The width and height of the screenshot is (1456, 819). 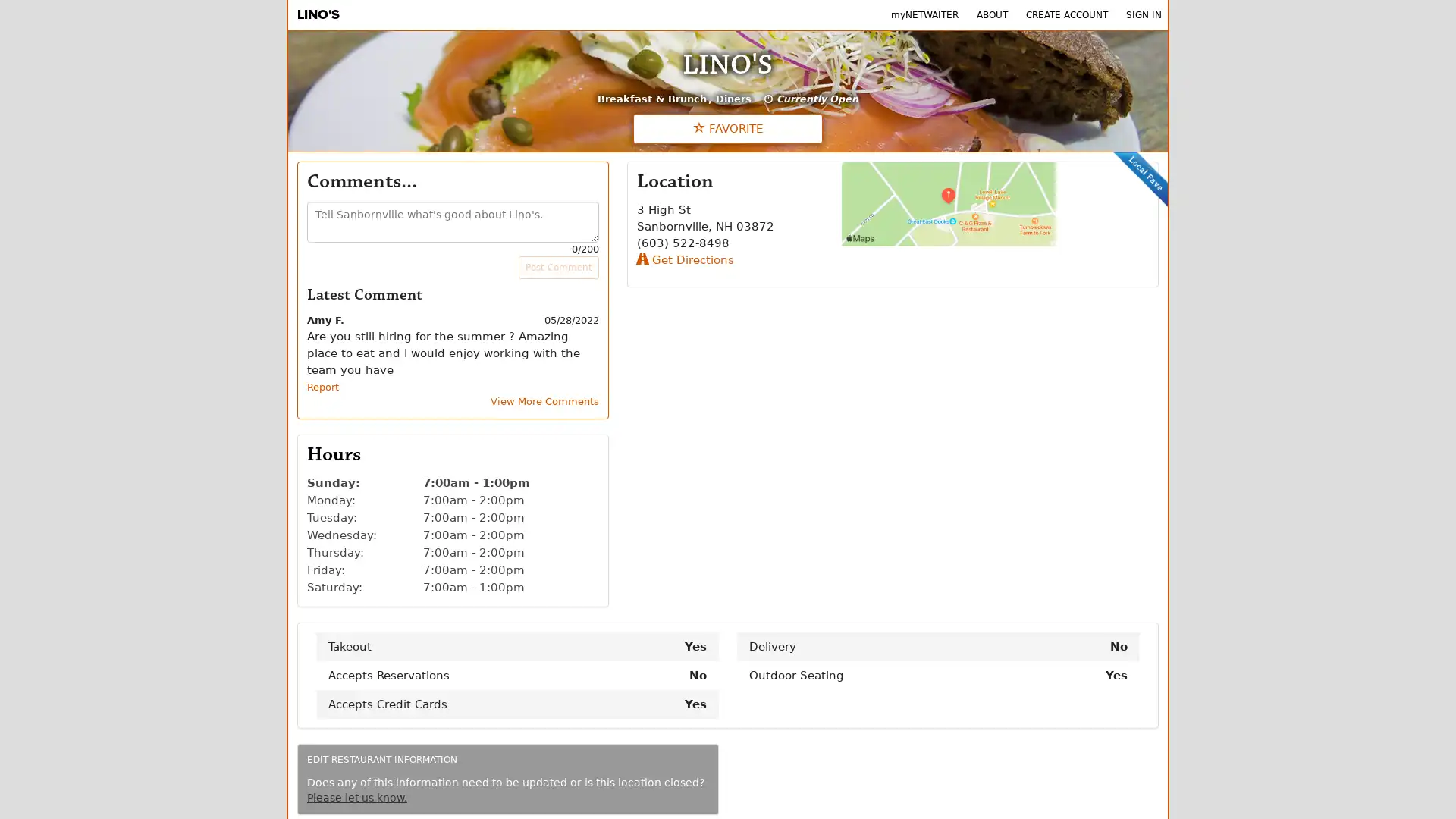 What do you see at coordinates (558, 267) in the screenshot?
I see `Post Comment` at bounding box center [558, 267].